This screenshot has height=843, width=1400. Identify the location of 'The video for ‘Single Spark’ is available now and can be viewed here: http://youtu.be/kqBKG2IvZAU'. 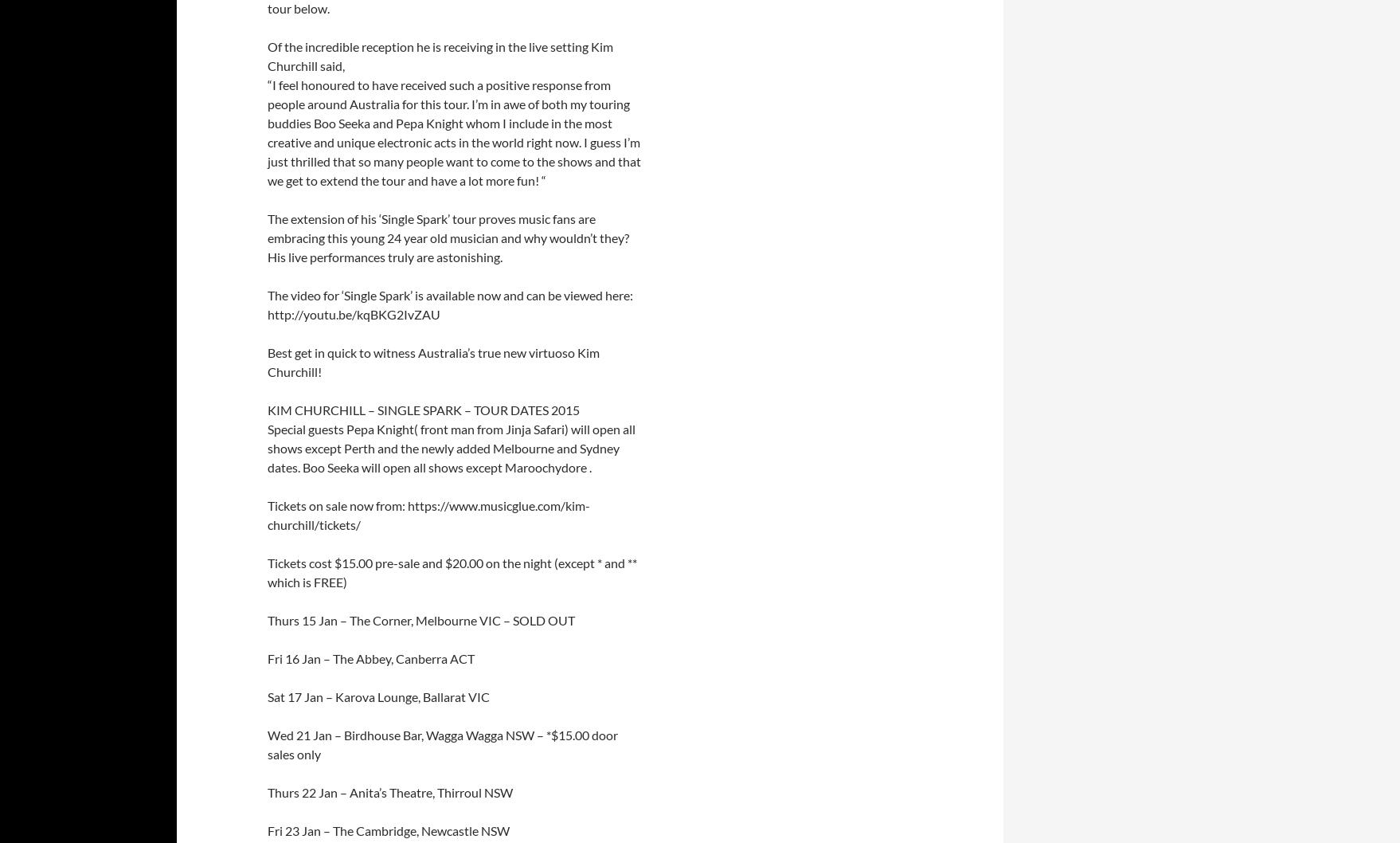
(267, 304).